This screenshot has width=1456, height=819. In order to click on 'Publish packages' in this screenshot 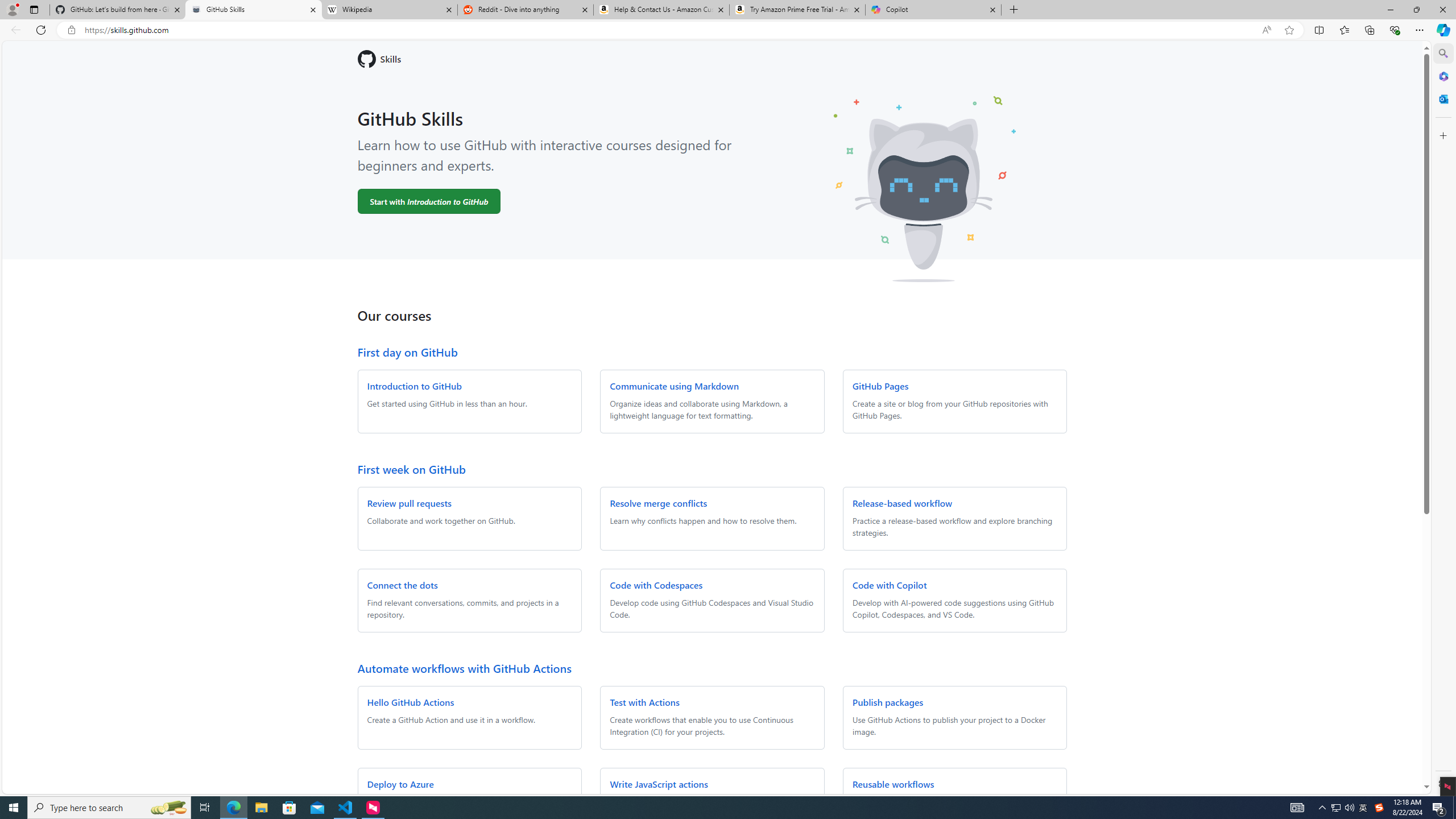, I will do `click(887, 701)`.